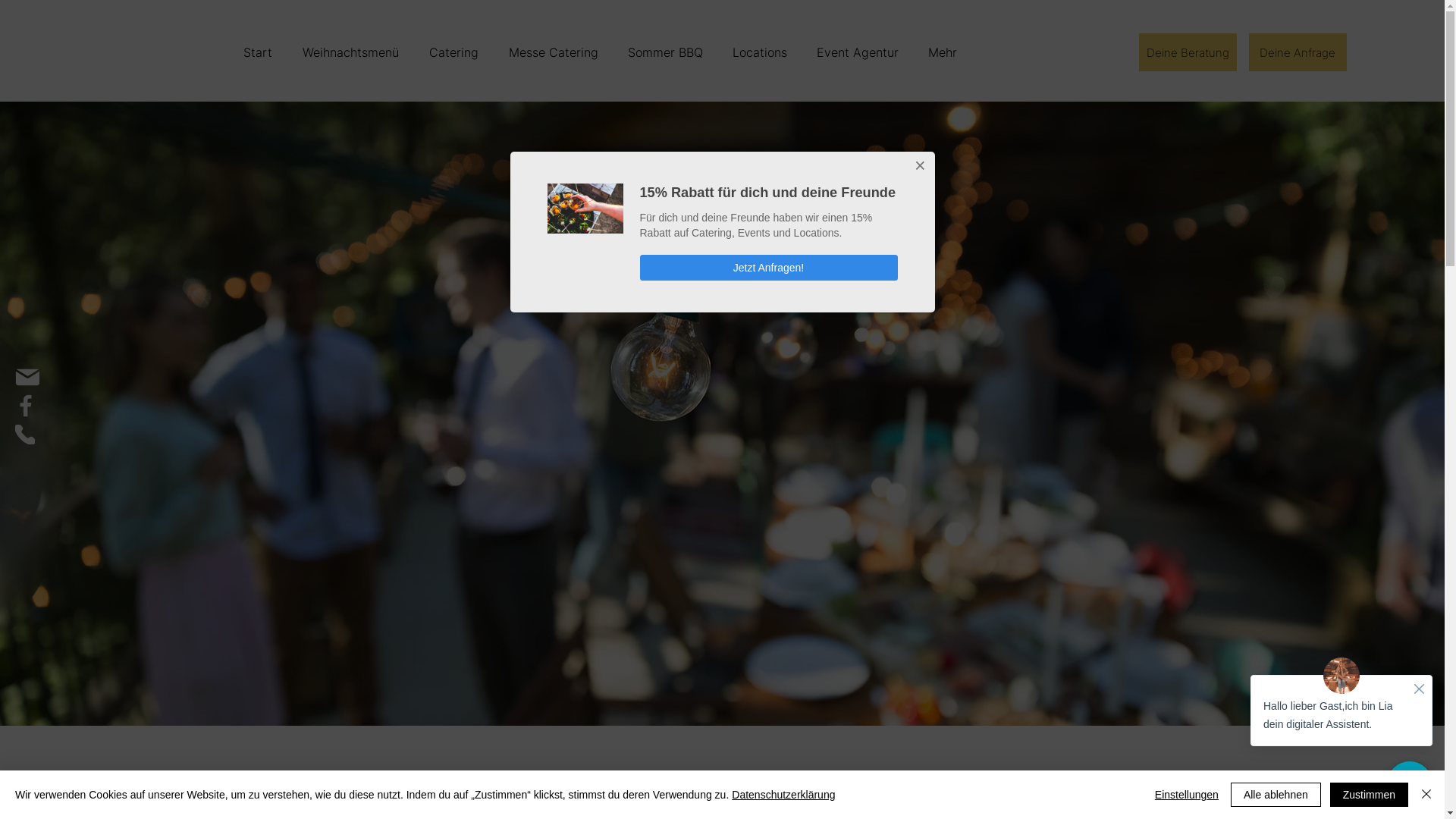 This screenshot has height=819, width=1456. Describe the element at coordinates (1275, 794) in the screenshot. I see `'Alle ablehnen'` at that location.